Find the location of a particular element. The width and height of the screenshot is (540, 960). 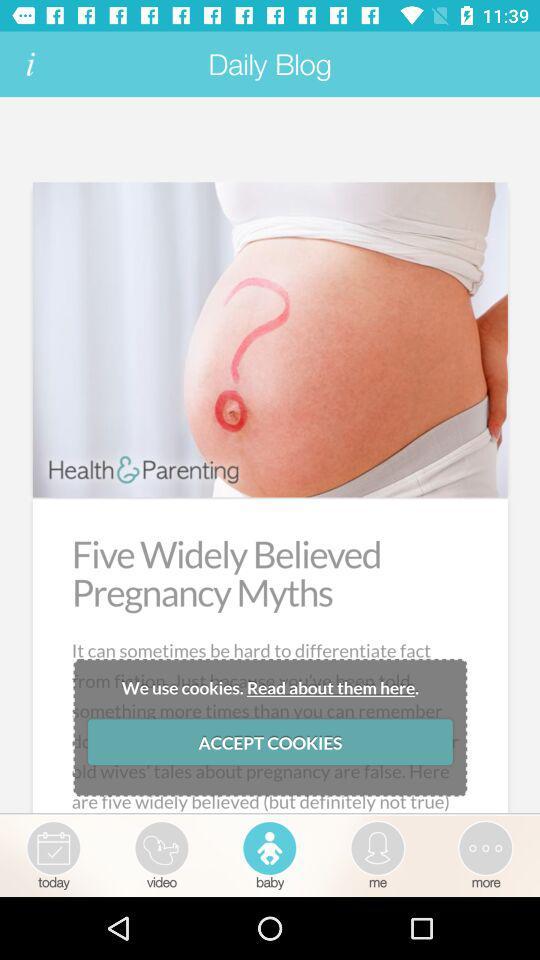

question simple is located at coordinates (270, 456).